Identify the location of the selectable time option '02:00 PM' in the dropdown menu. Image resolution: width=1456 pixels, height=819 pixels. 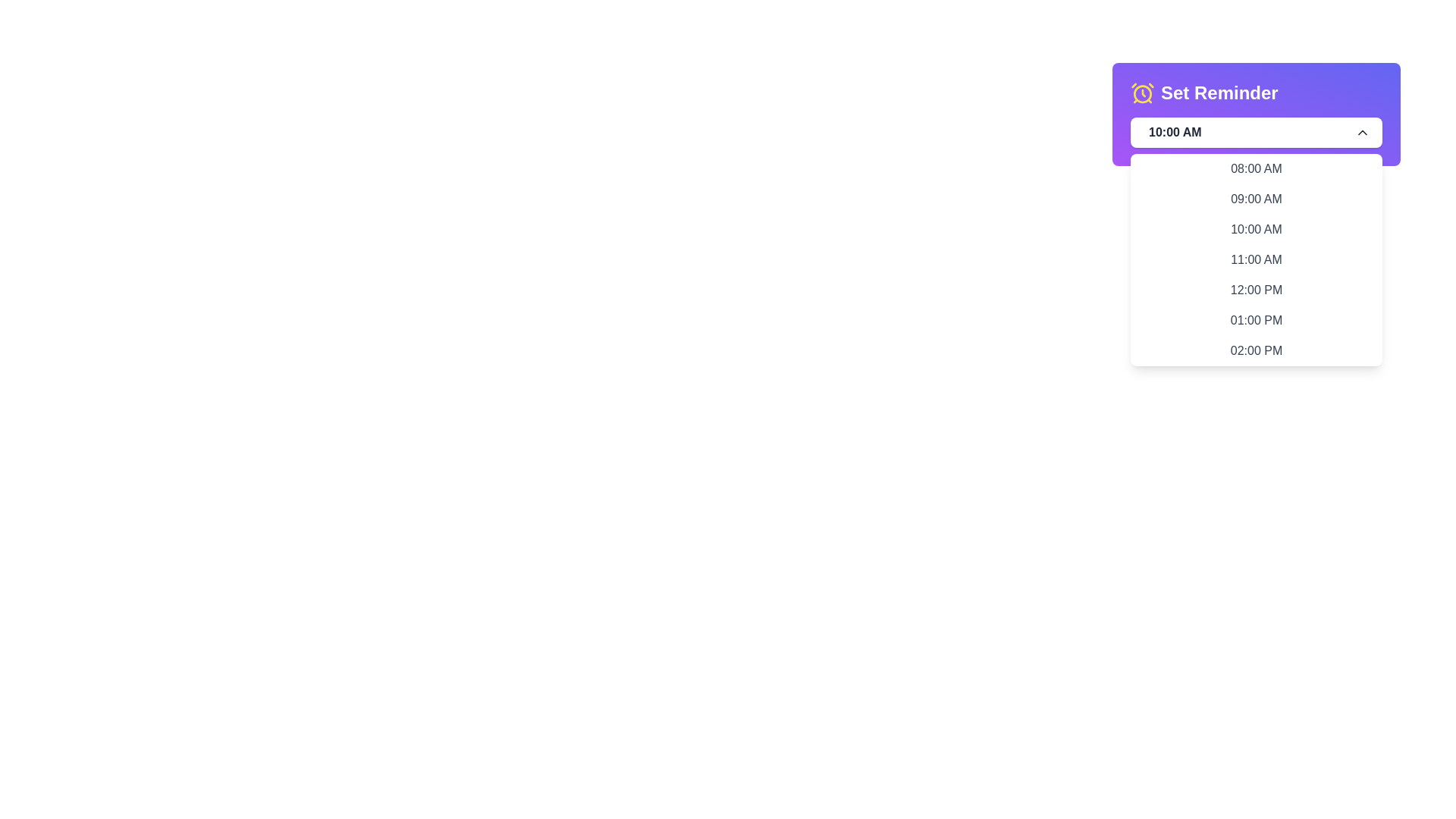
(1256, 350).